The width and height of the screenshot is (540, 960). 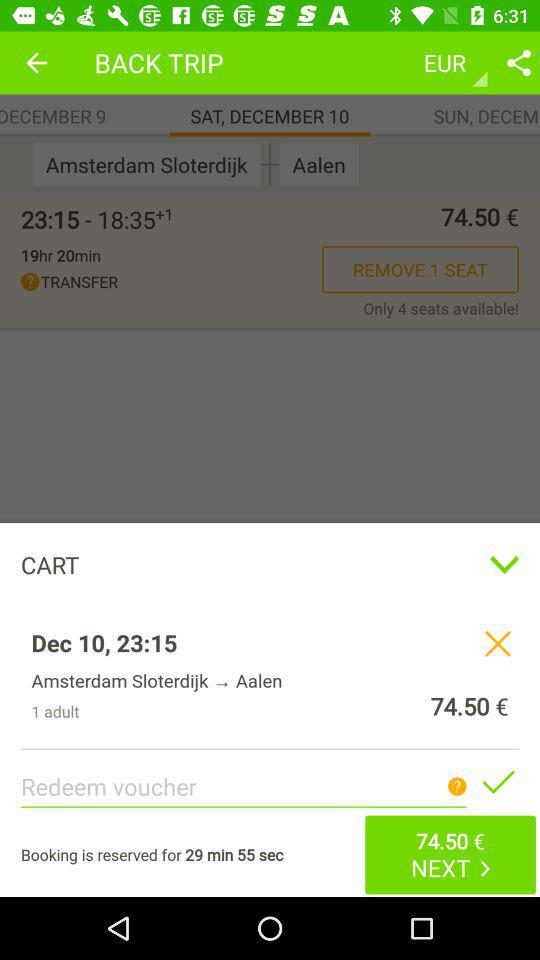 What do you see at coordinates (518, 62) in the screenshot?
I see `share` at bounding box center [518, 62].